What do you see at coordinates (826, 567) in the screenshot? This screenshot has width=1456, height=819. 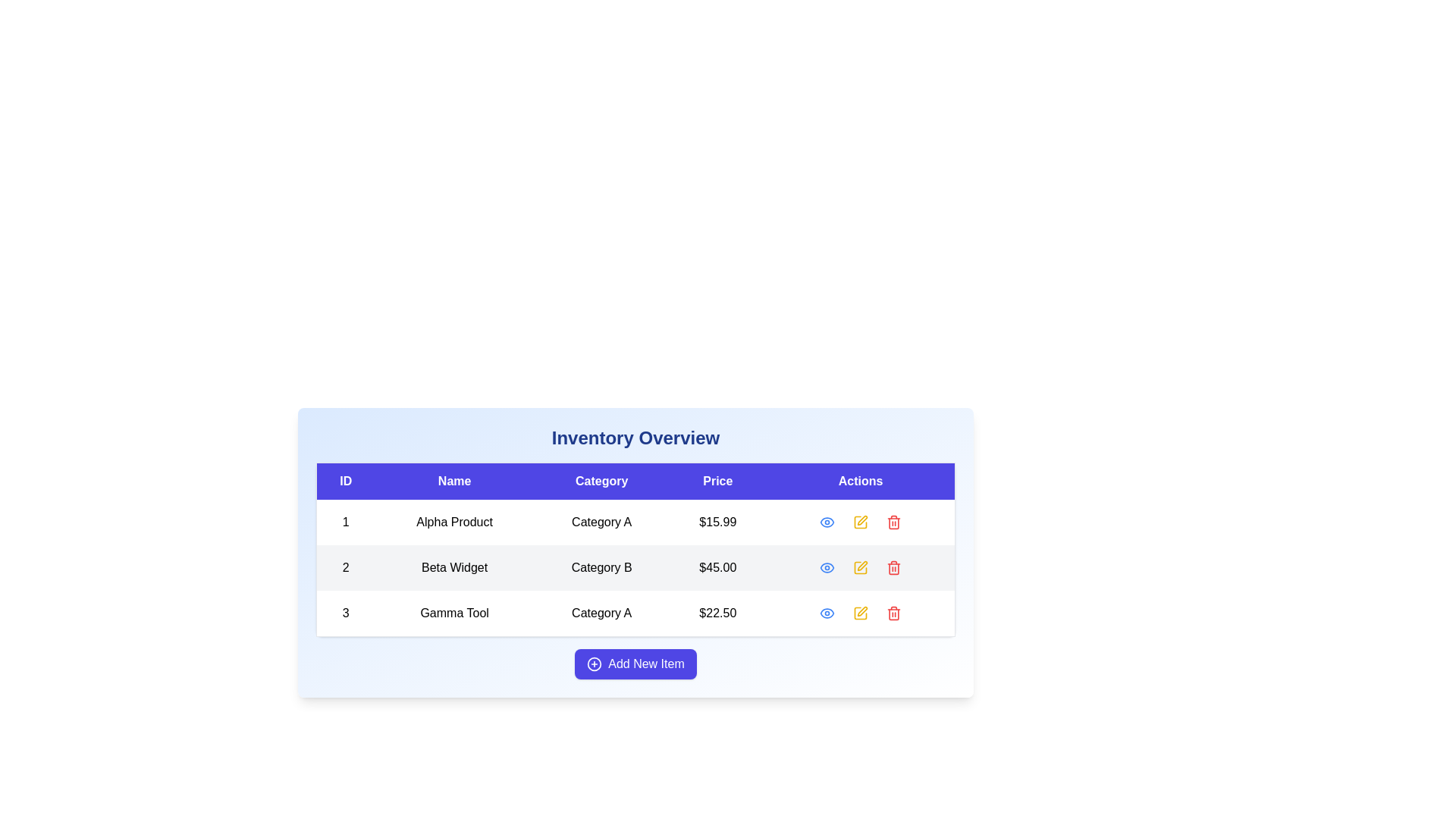 I see `the 'view' icon button located in the second row of the table under the 'Actions' column` at bounding box center [826, 567].